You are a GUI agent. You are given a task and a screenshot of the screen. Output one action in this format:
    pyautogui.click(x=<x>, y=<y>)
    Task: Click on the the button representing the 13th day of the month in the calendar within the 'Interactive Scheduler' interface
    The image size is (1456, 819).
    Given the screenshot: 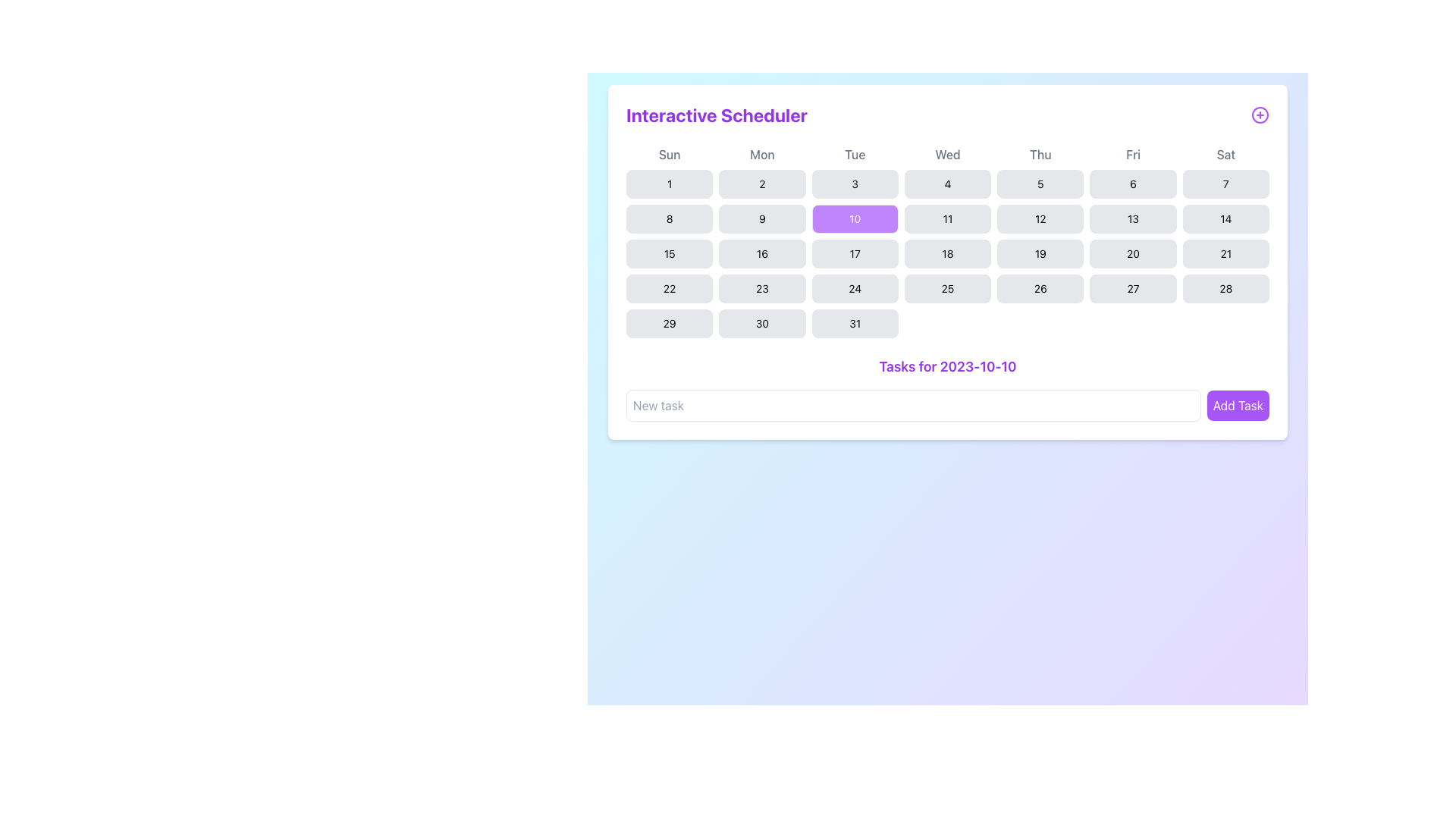 What is the action you would take?
    pyautogui.click(x=1132, y=219)
    